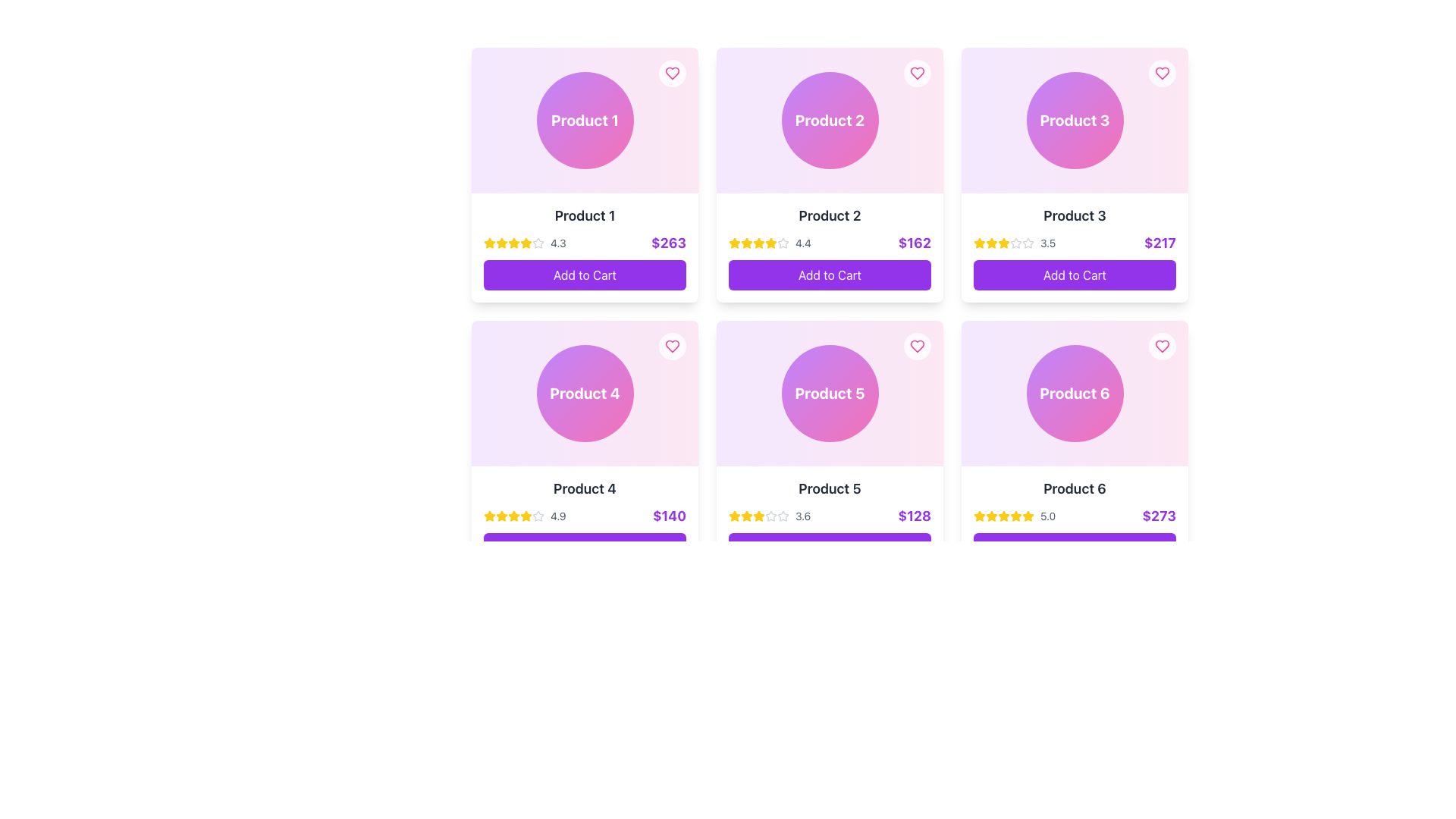  Describe the element at coordinates (829, 393) in the screenshot. I see `the circular visual component representing 'Product 5'` at that location.